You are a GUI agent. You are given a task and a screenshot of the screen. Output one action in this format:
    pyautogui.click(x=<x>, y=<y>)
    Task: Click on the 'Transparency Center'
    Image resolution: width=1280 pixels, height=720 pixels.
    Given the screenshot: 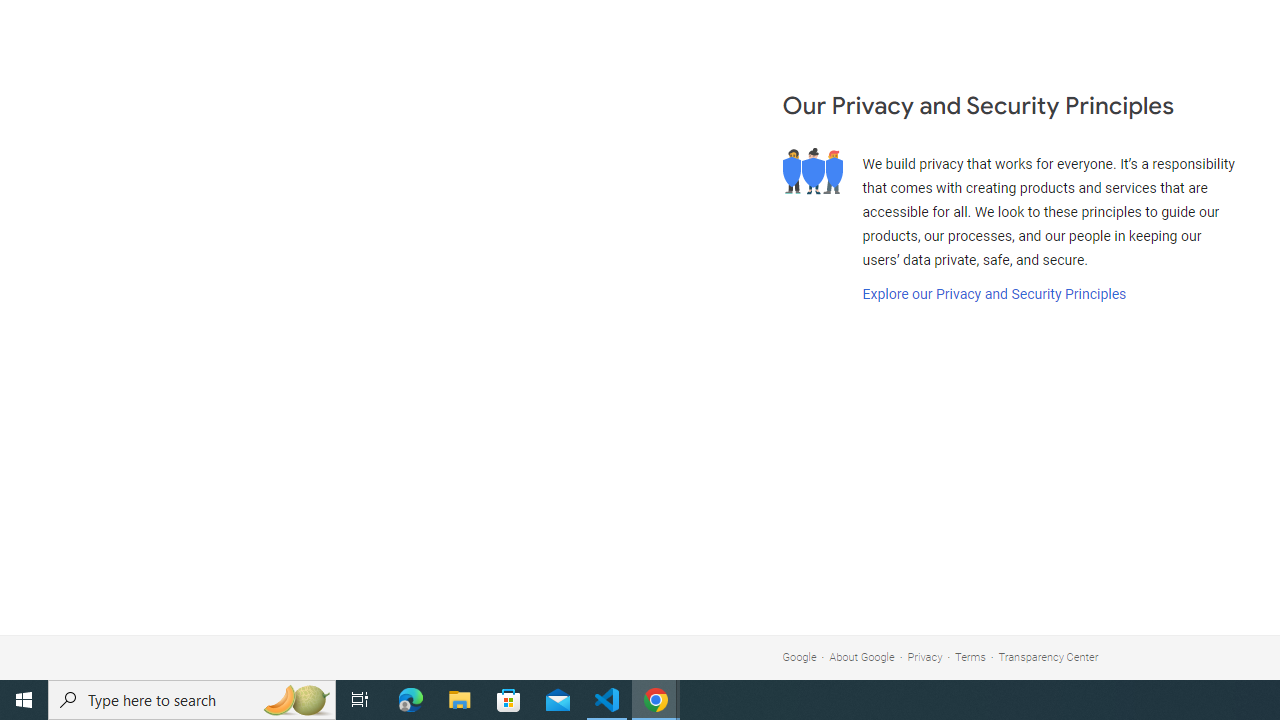 What is the action you would take?
    pyautogui.click(x=1047, y=657)
    